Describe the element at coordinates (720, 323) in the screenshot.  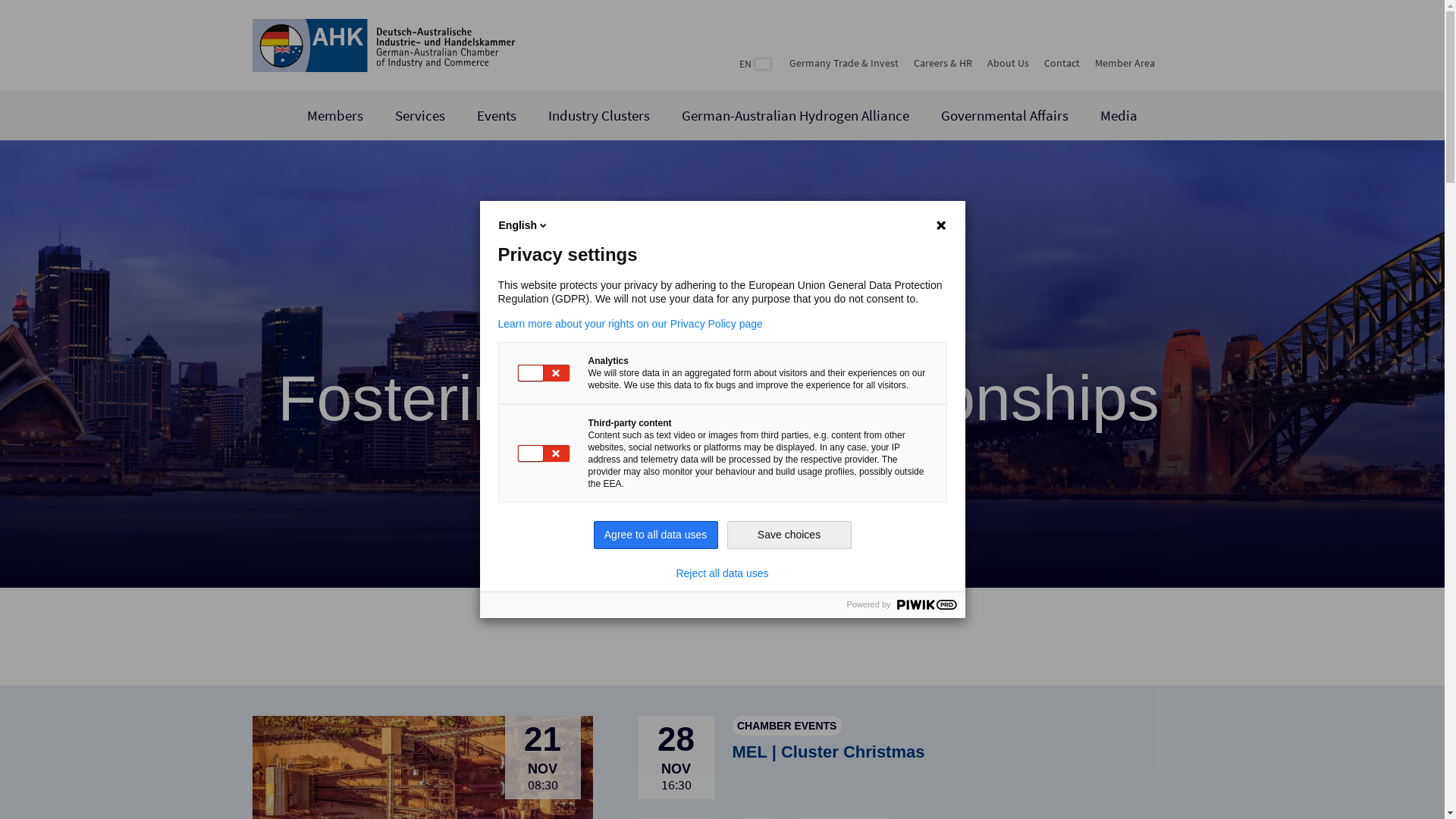
I see `'Learn more about your rights on our Privacy Policy page'` at that location.